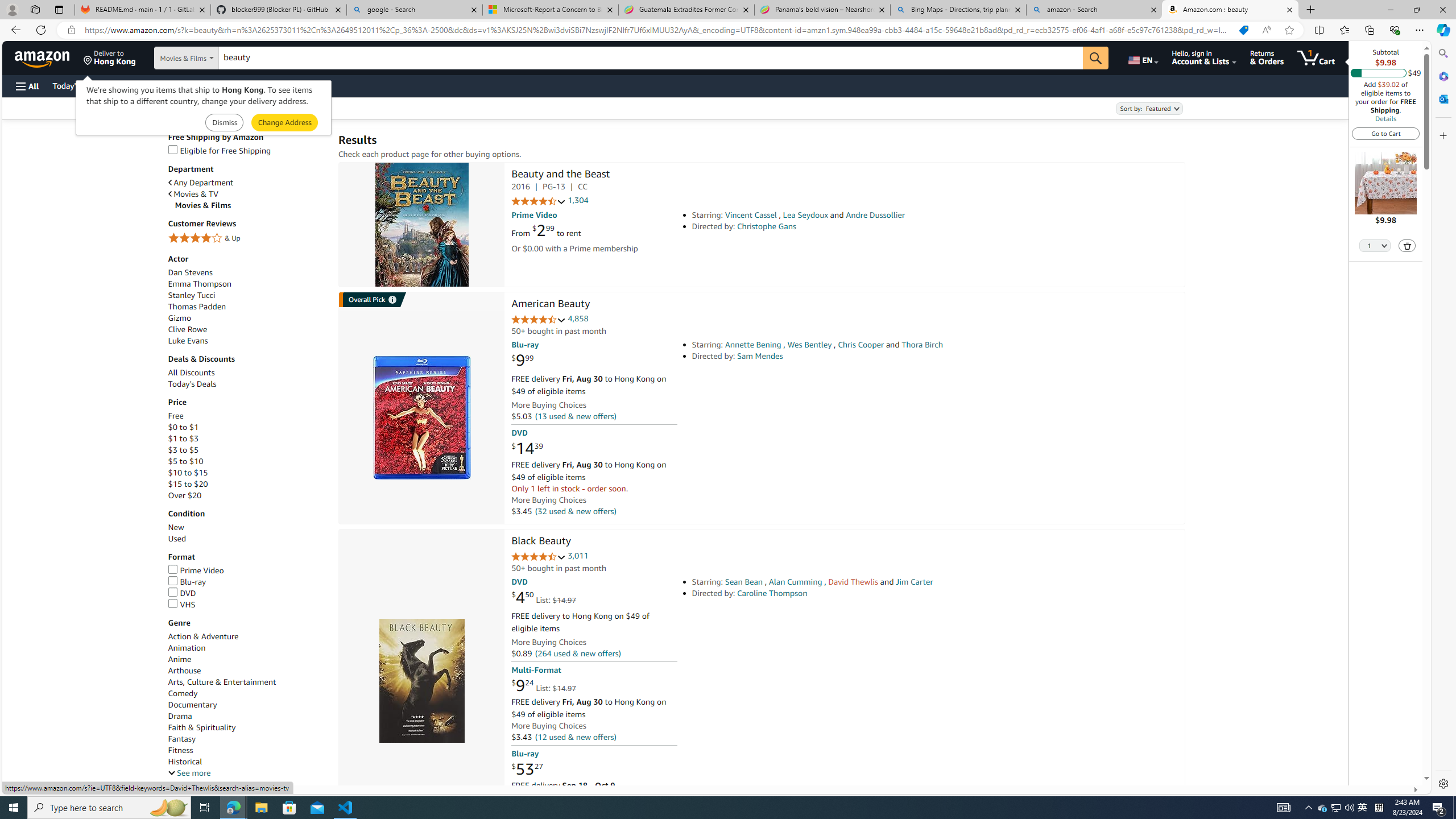 This screenshot has height=819, width=1456. Describe the element at coordinates (247, 750) in the screenshot. I see `'Fitness'` at that location.